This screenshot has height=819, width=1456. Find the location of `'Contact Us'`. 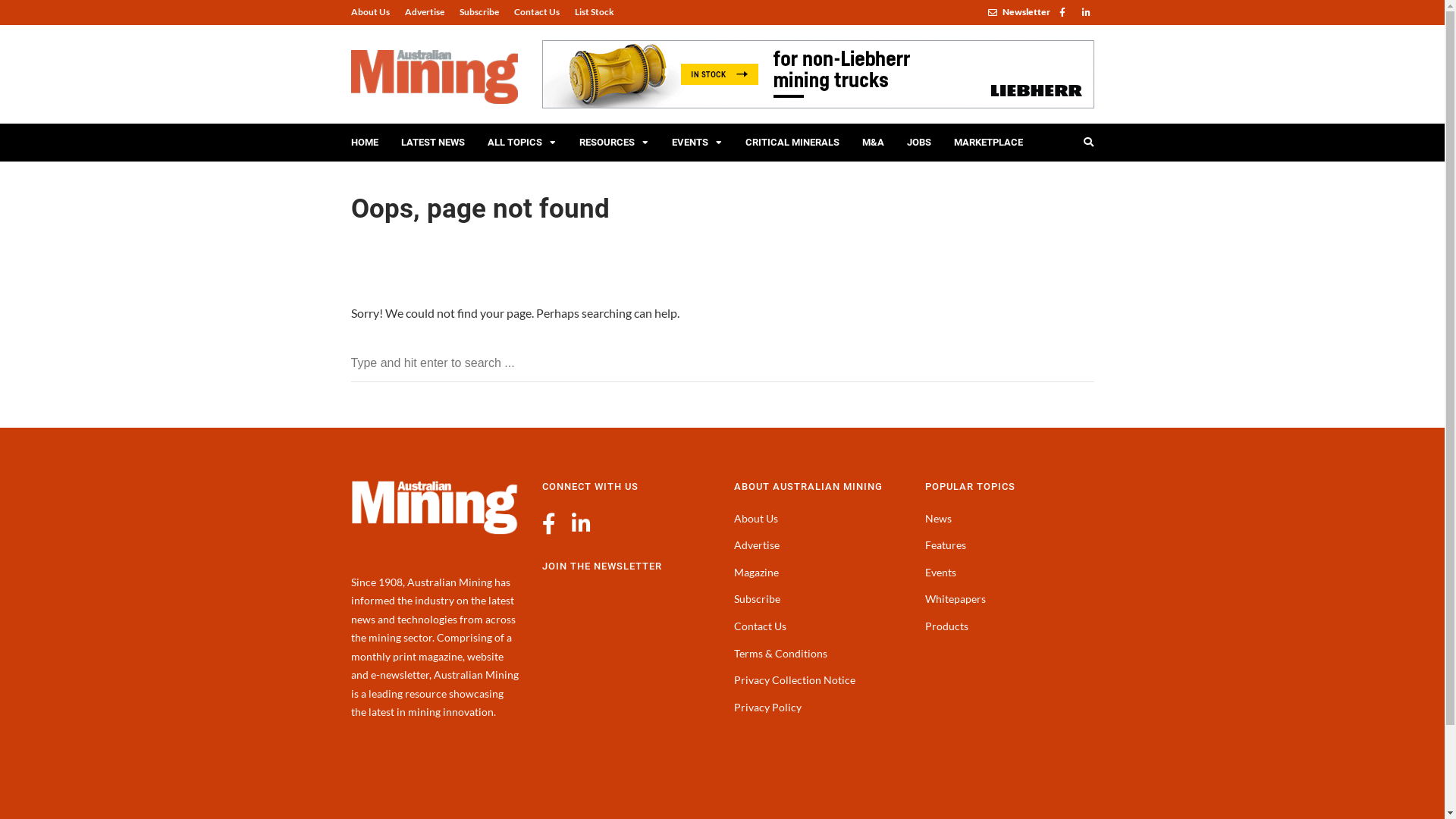

'Contact Us' is located at coordinates (506, 11).